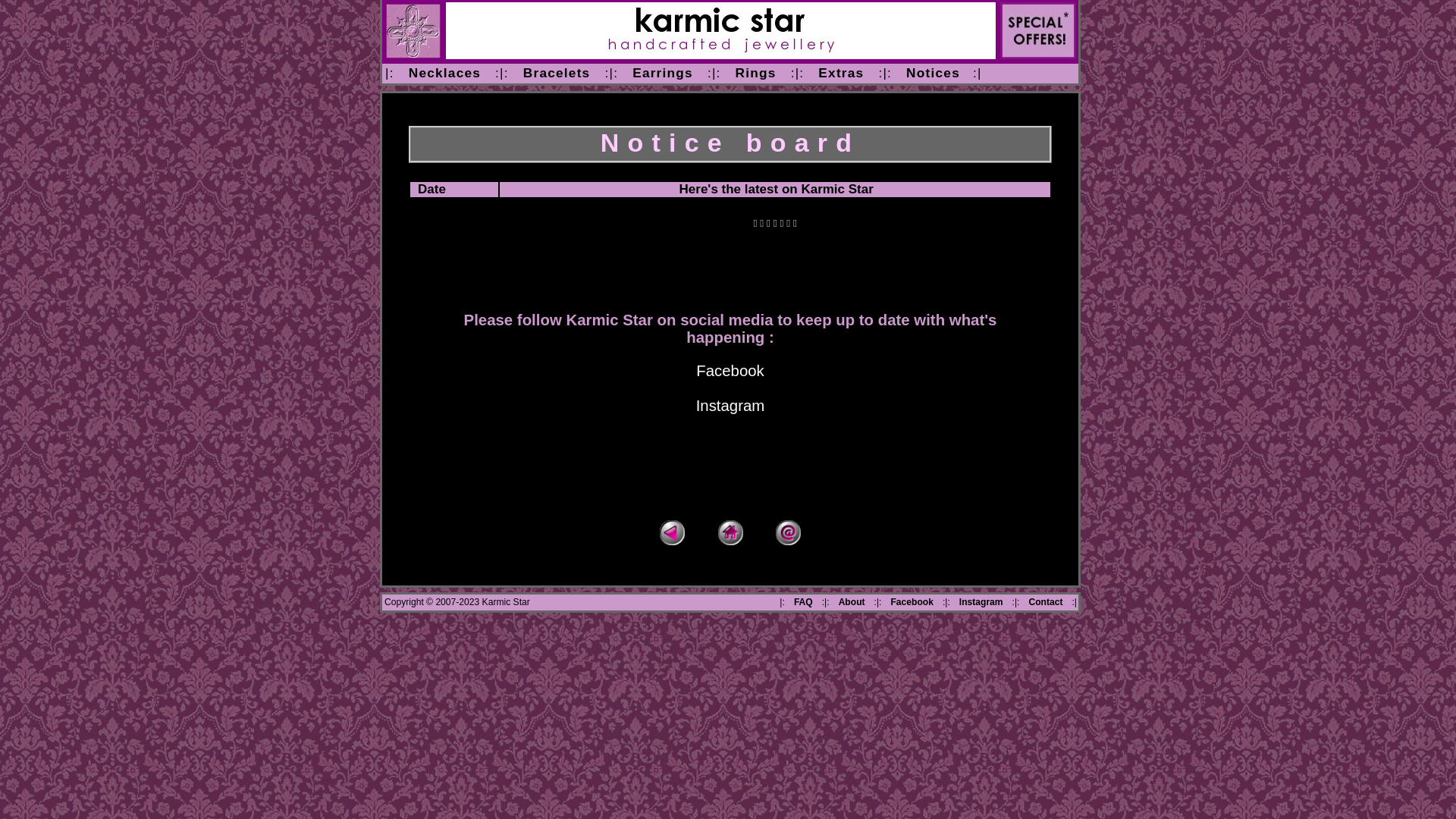 Image resolution: width=1456 pixels, height=819 pixels. I want to click on 'Necklaces', so click(444, 73).